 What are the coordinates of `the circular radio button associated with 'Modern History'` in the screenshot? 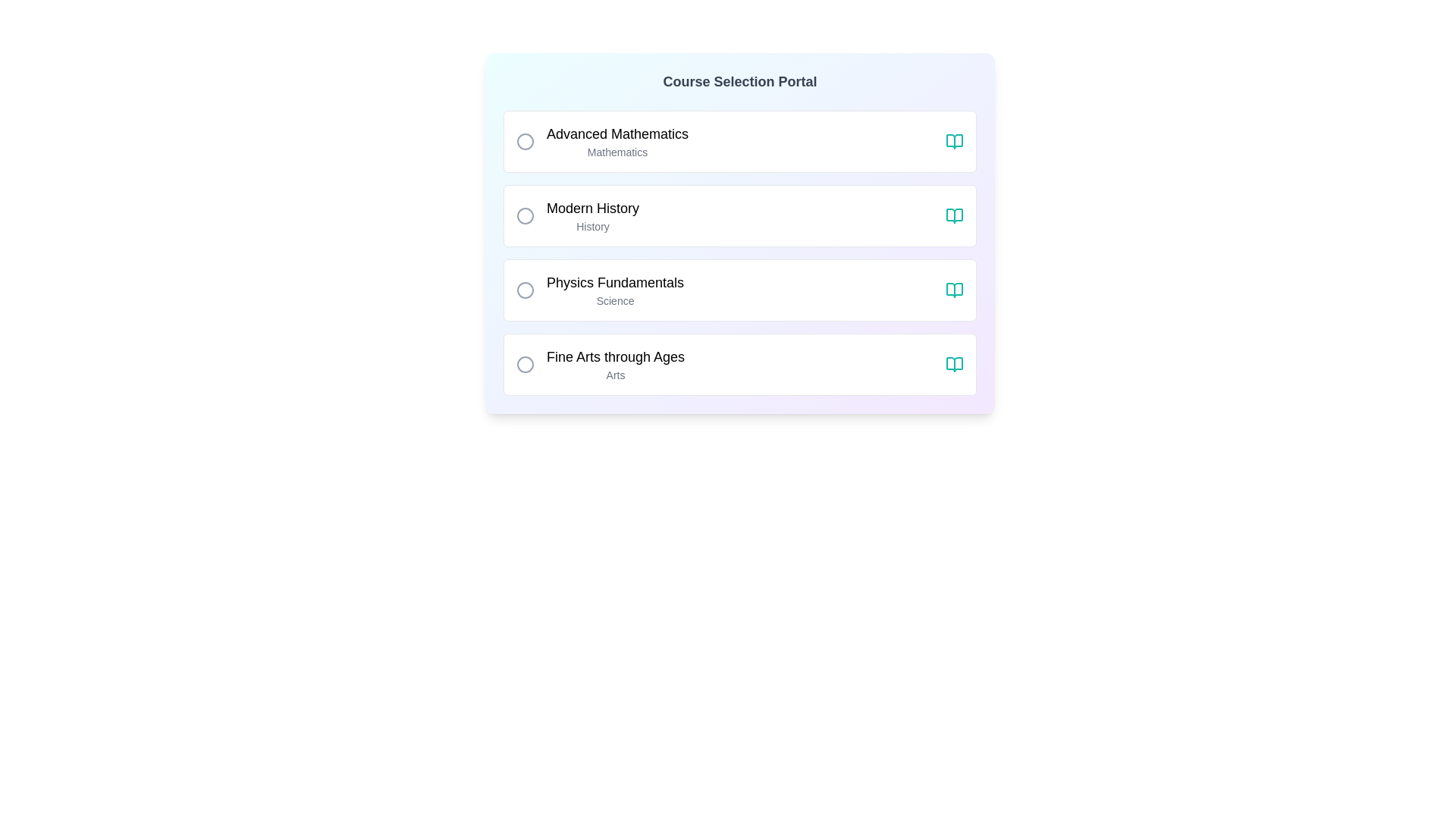 It's located at (525, 216).